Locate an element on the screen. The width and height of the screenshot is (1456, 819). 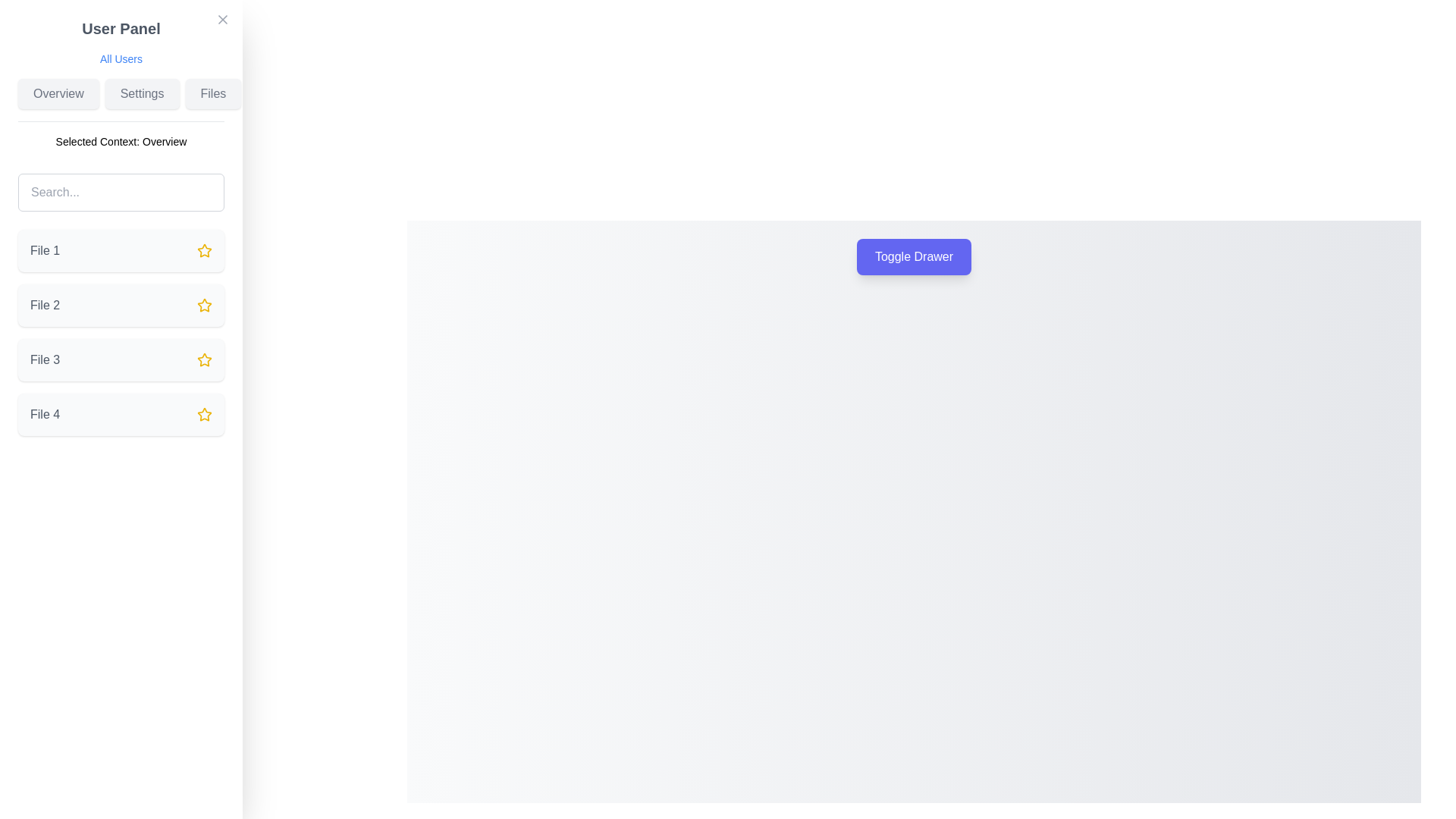
the informational text label displaying the currently selected context 'Overview', located in the User Panel on the left side of the interface is located at coordinates (120, 141).